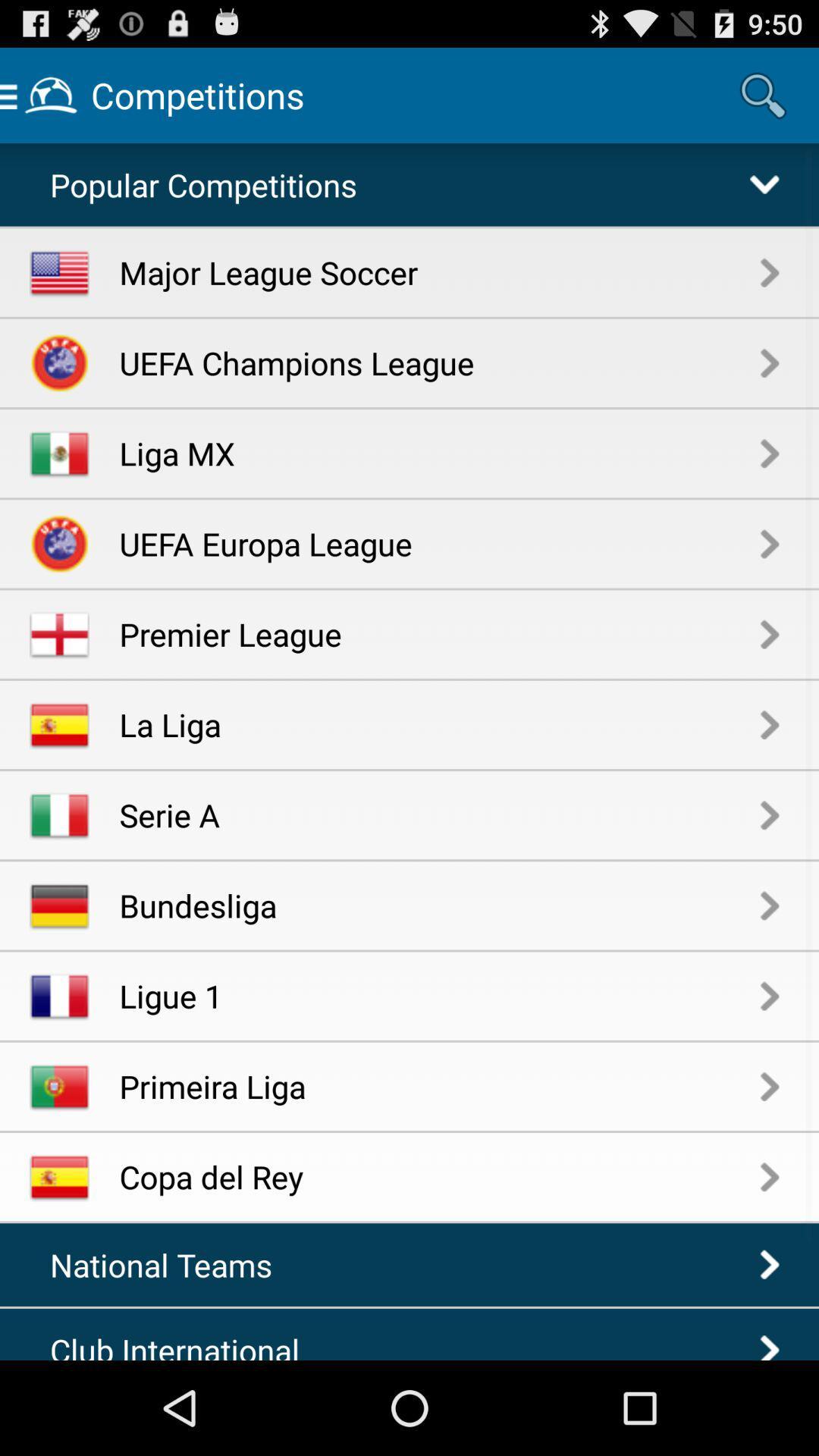  I want to click on major league soccer icon, so click(440, 272).